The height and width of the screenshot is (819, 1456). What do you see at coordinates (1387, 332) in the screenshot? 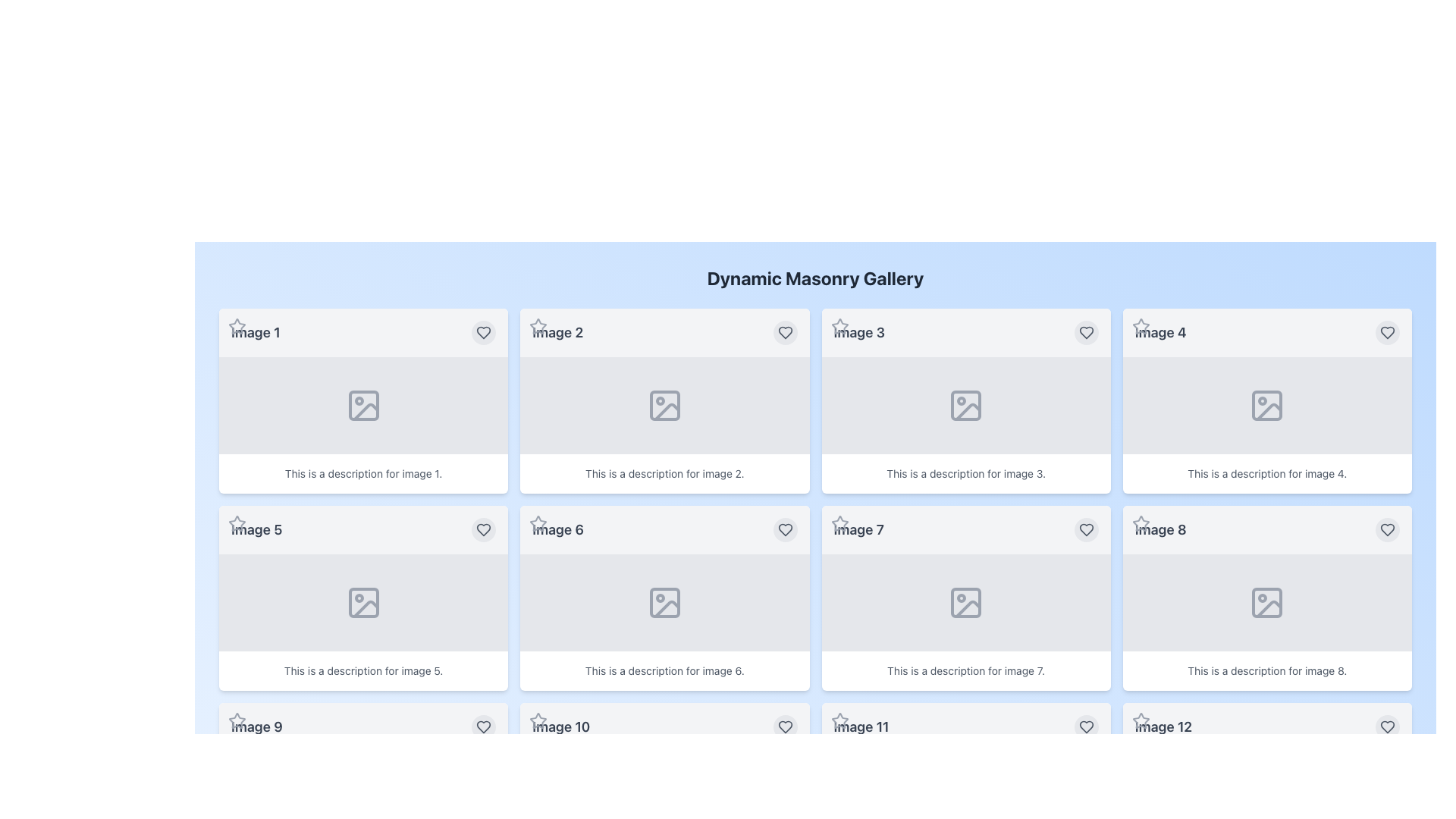
I see `the heart icon located in the upper-right corner of the card labeled 'Image 4'` at bounding box center [1387, 332].